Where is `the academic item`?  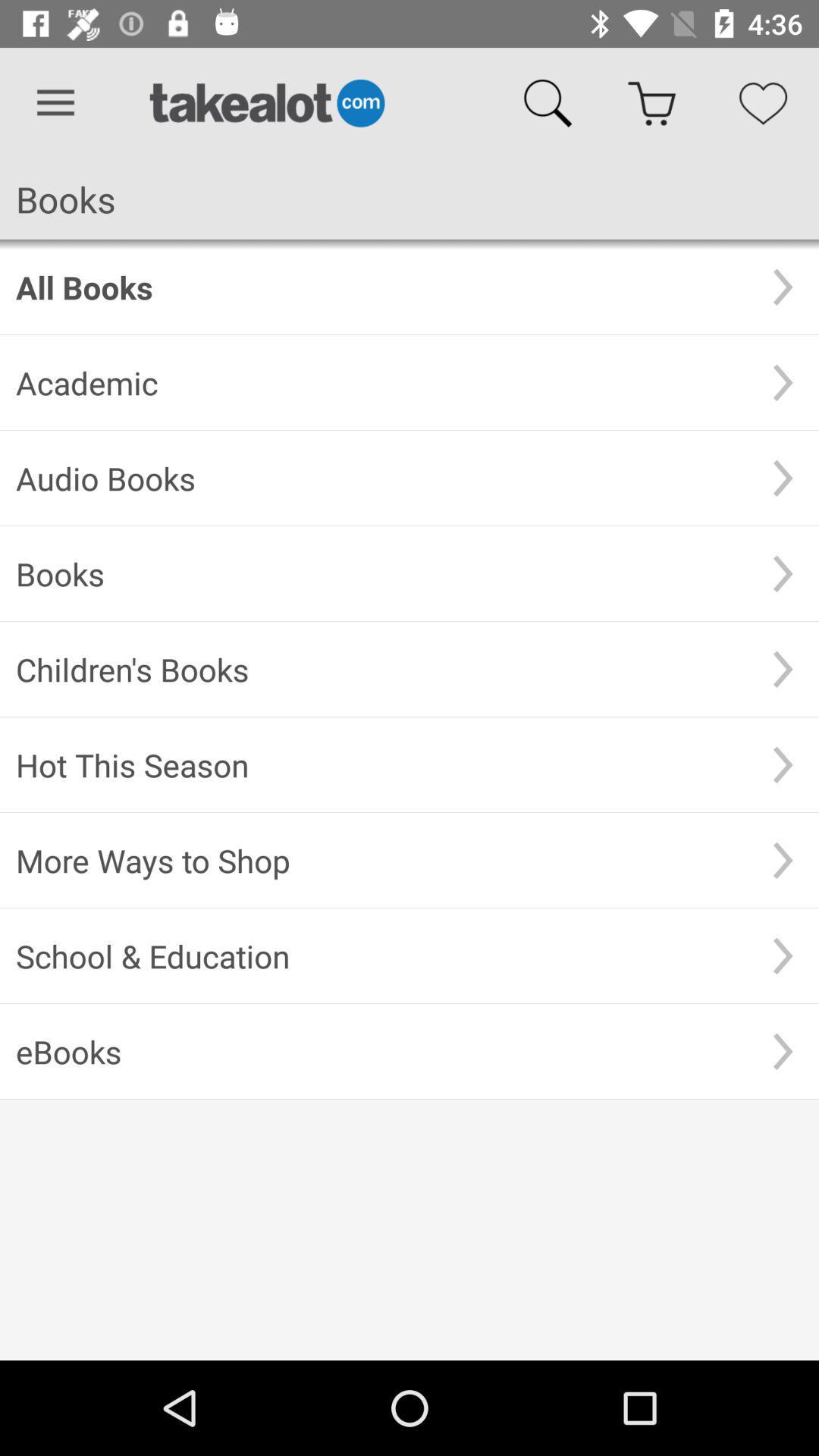 the academic item is located at coordinates (381, 382).